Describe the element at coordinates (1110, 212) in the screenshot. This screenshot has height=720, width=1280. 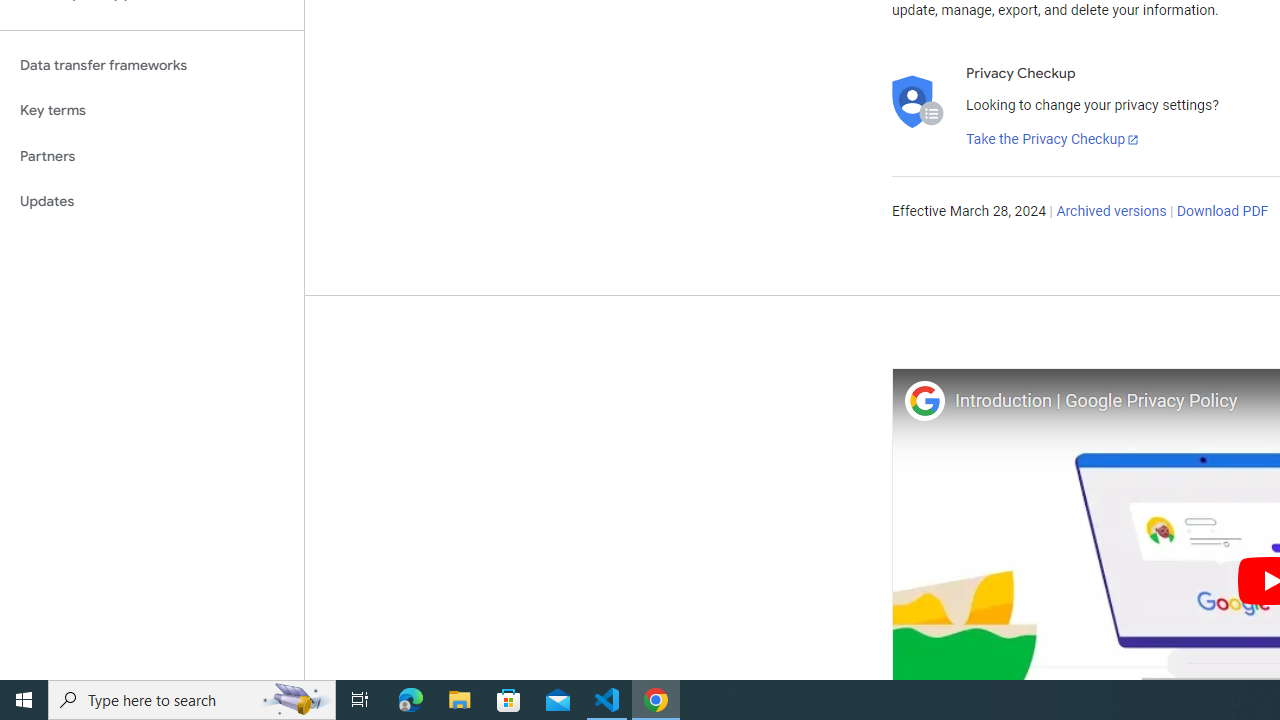
I see `'Archived versions'` at that location.